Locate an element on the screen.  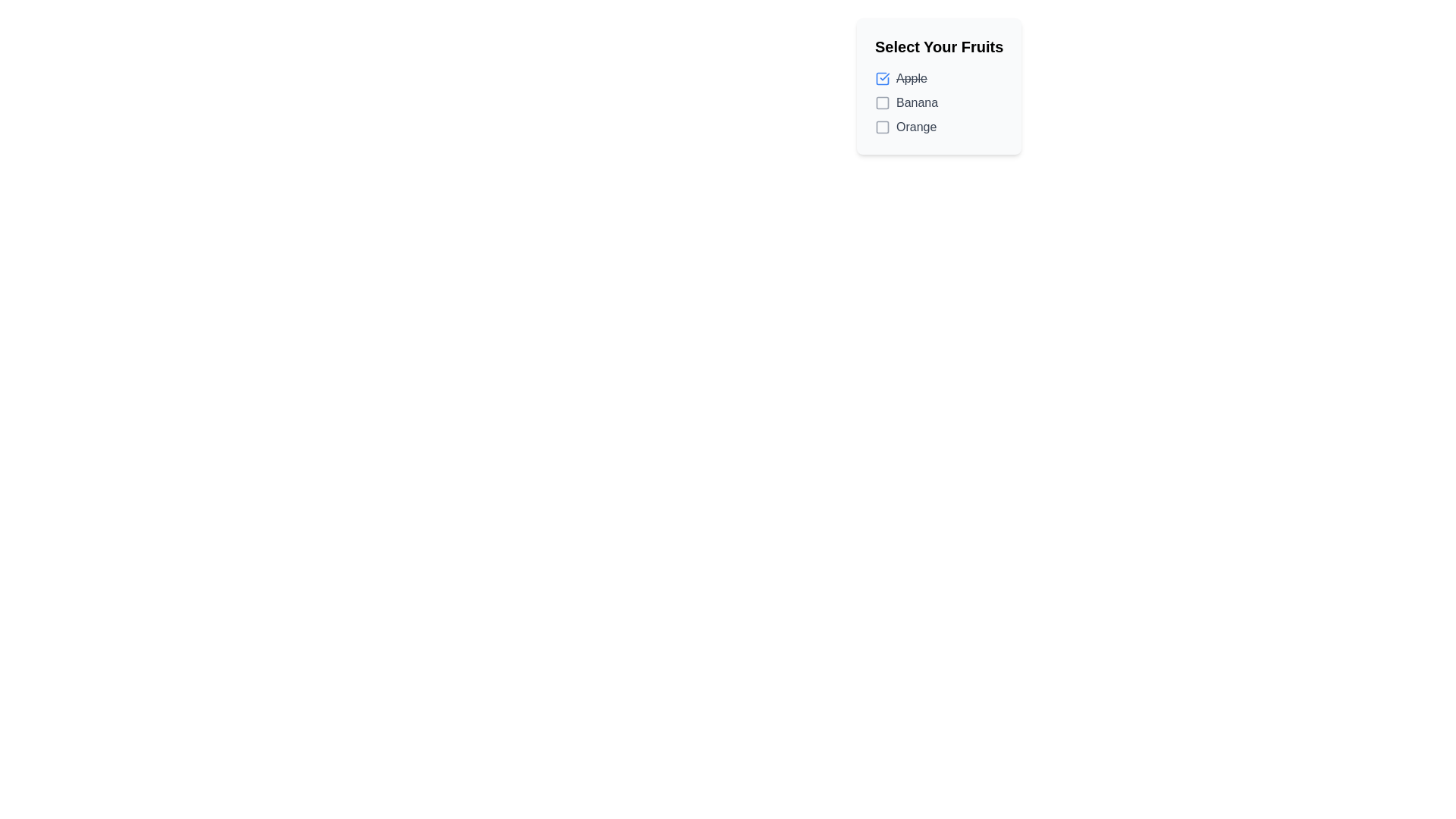
the Checkbox icon with a dark gray border located to the left of the text 'Banana' is located at coordinates (882, 102).